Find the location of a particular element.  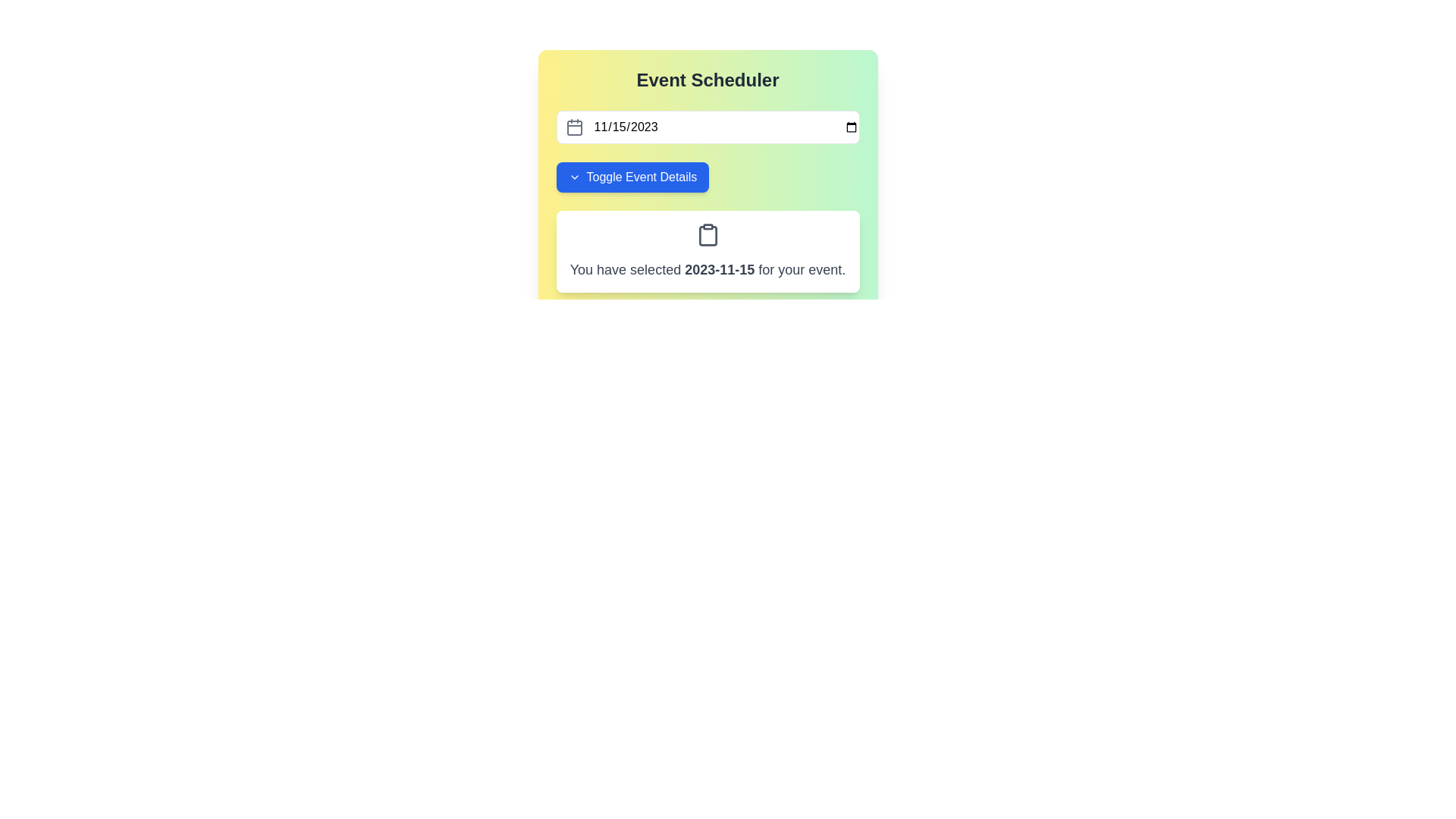

the clipboard icon, which is a minimalistic gray SVG element located above the text in a dialog section, within a white rounded card is located at coordinates (707, 234).